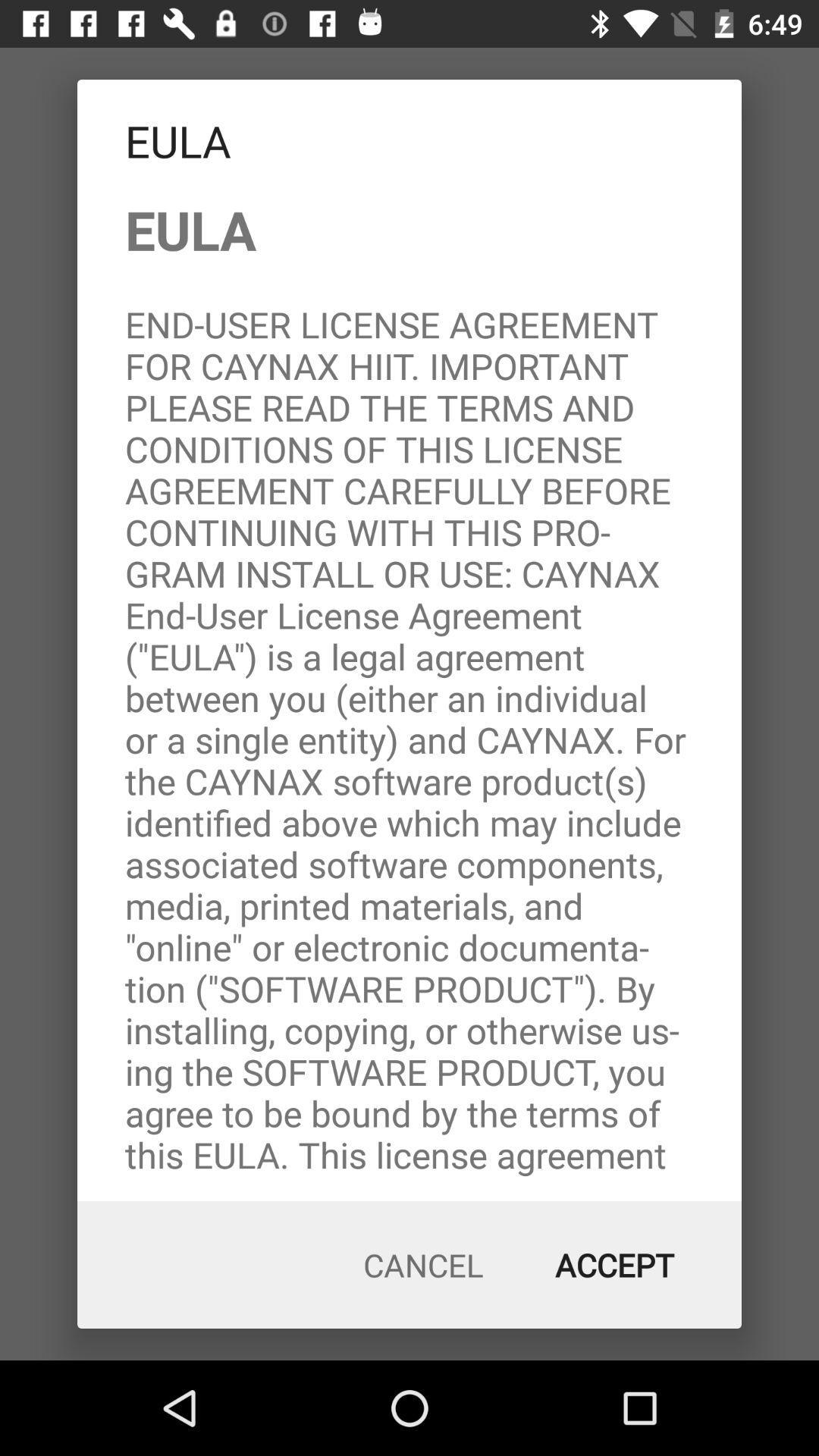  I want to click on the icon next to cancel item, so click(614, 1265).